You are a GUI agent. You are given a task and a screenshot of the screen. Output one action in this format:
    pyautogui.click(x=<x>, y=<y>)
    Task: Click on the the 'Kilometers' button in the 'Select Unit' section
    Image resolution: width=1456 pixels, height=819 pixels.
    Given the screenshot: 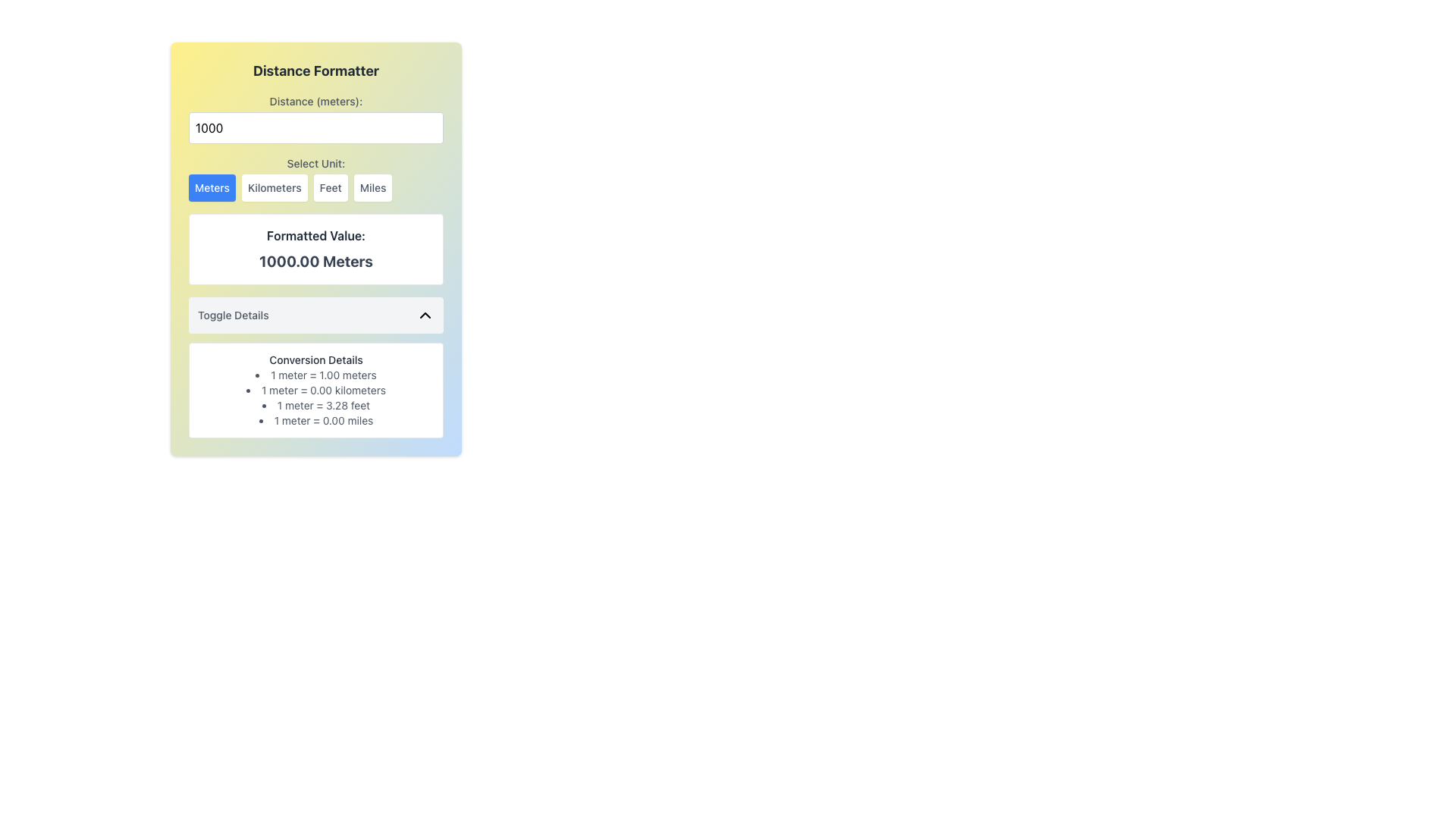 What is the action you would take?
    pyautogui.click(x=274, y=187)
    